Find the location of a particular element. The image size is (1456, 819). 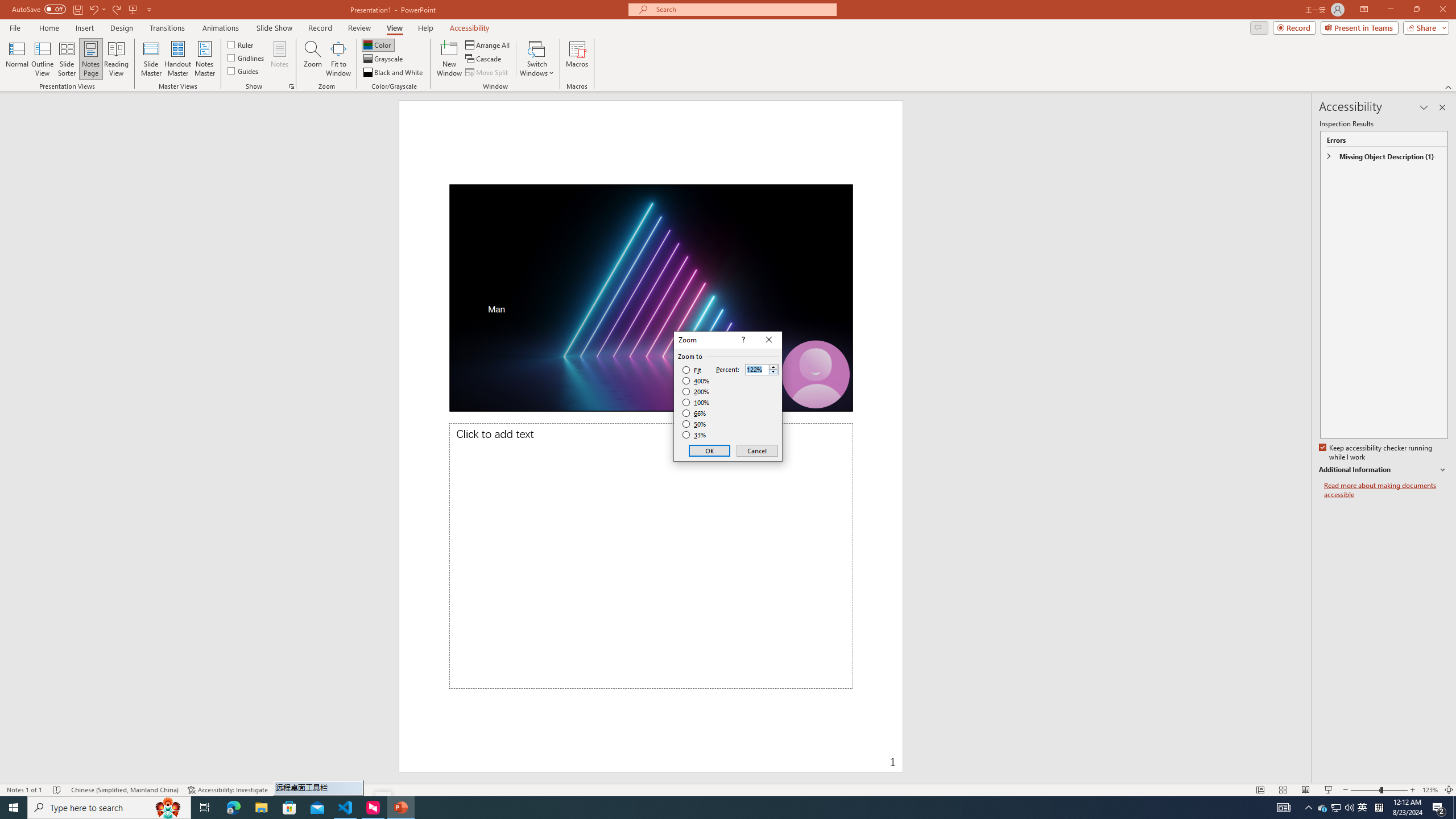

'Gridlines' is located at coordinates (246, 56).